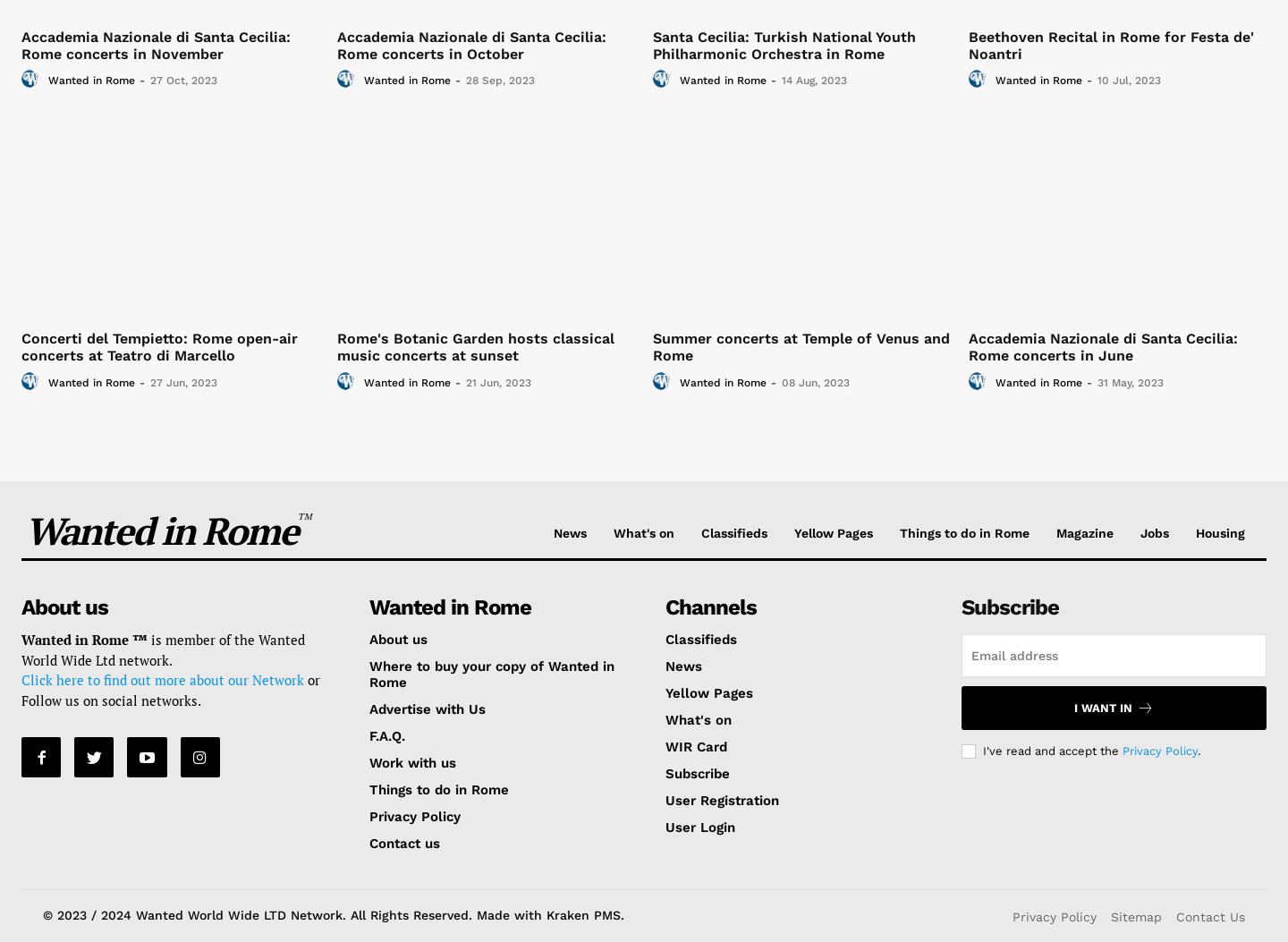 This screenshot has height=942, width=1288. Describe the element at coordinates (158, 347) in the screenshot. I see `'Concerti del Tempietto: Rome open-air concerts at Teatro di Marcello'` at that location.